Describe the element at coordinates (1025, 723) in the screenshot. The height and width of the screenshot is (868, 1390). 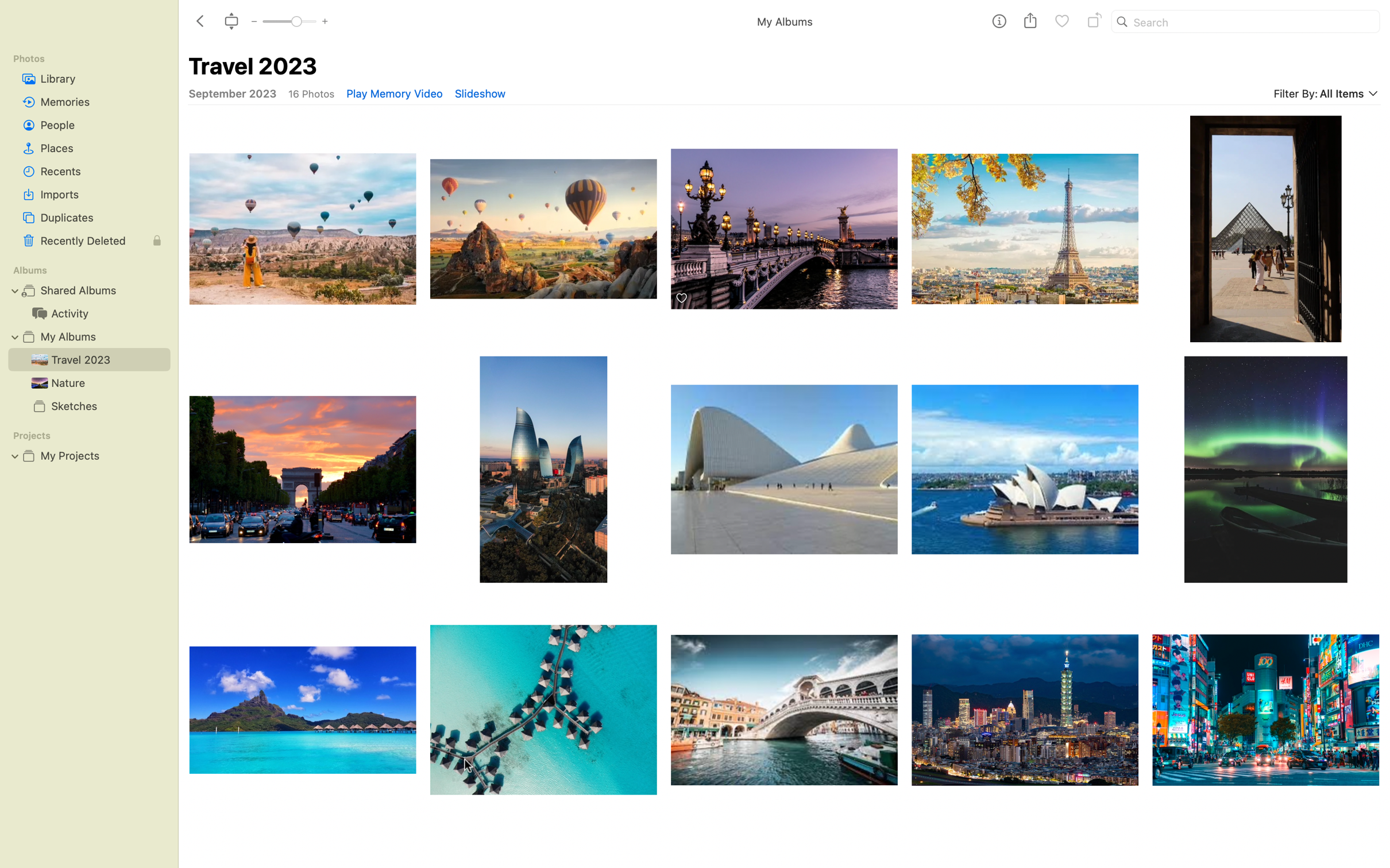
I see `the penultimate picture in the final row` at that location.